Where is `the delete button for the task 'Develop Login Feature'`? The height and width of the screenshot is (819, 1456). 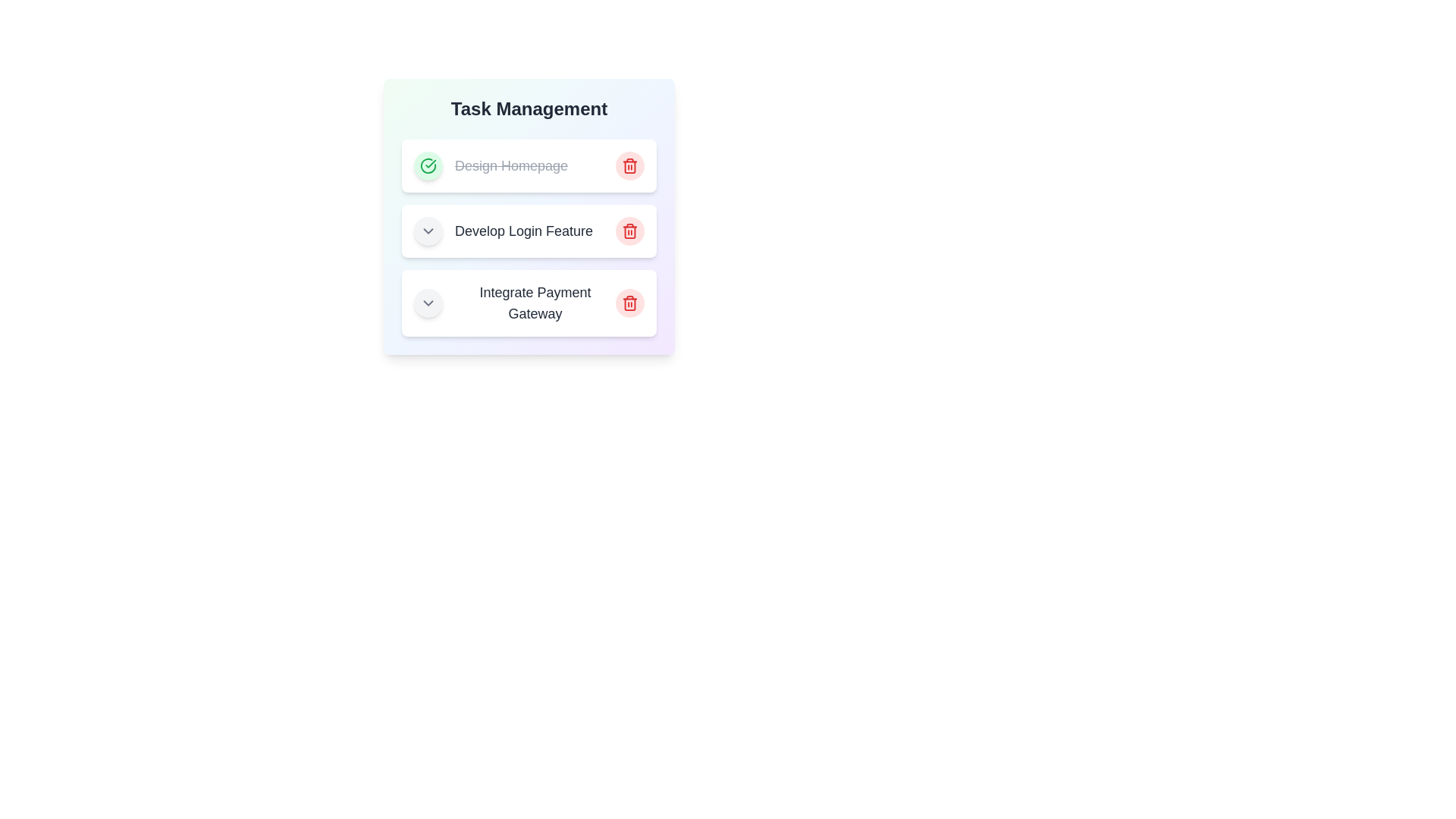
the delete button for the task 'Develop Login Feature' is located at coordinates (629, 231).